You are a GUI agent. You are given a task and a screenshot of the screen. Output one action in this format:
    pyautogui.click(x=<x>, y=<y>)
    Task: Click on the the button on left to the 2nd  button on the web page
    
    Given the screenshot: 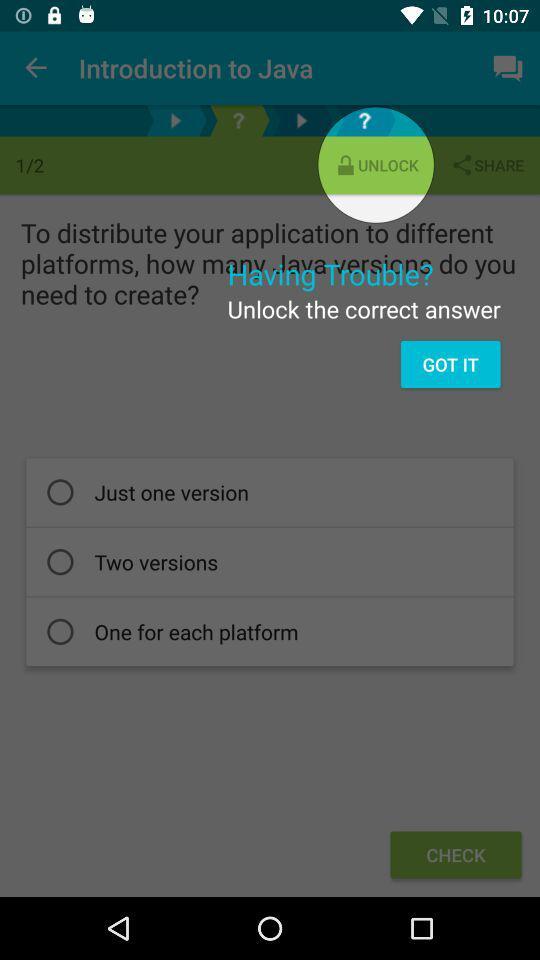 What is the action you would take?
    pyautogui.click(x=300, y=120)
    